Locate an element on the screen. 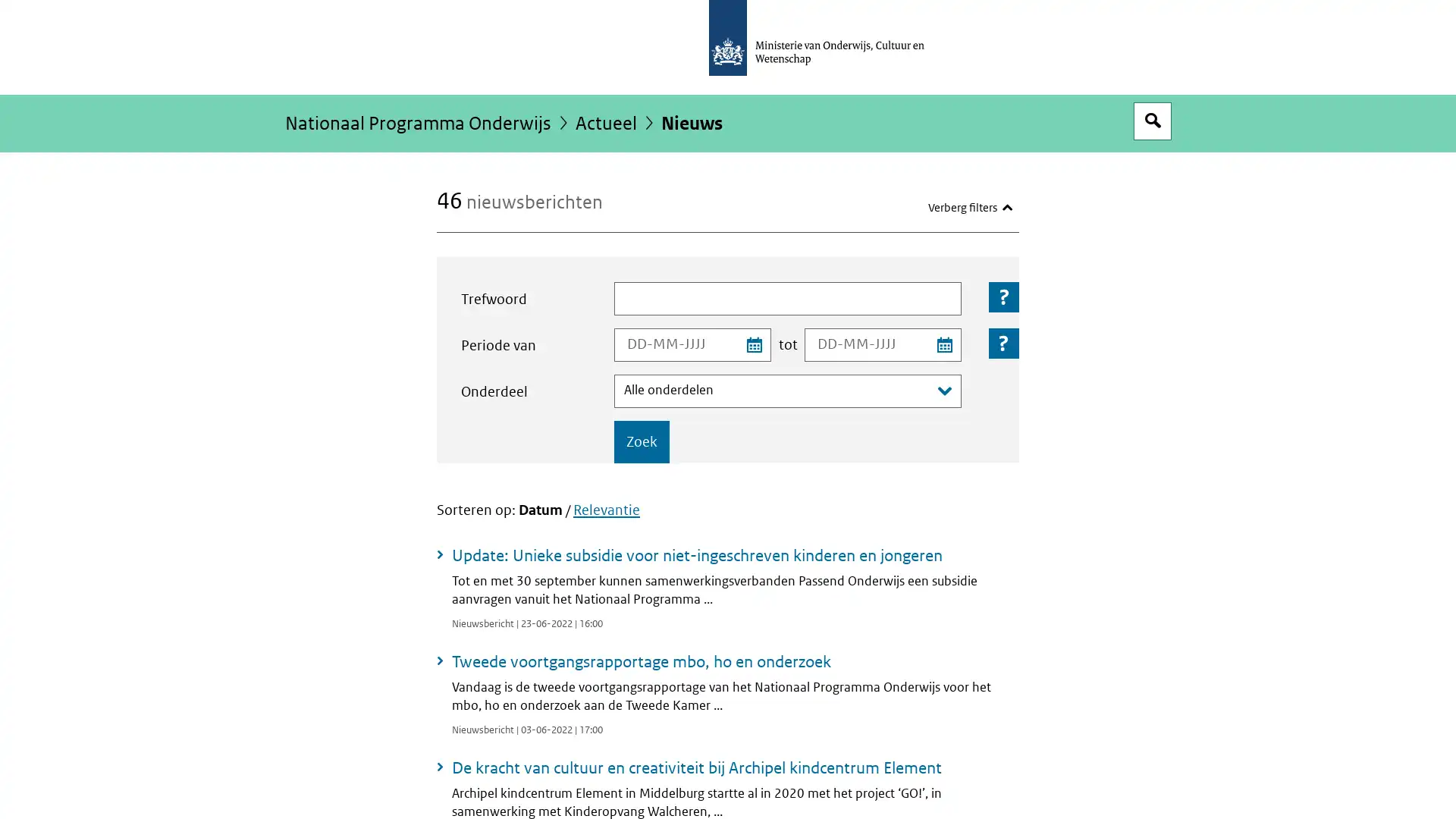 The width and height of the screenshot is (1456, 819). Open zoekveld is located at coordinates (1153, 120).